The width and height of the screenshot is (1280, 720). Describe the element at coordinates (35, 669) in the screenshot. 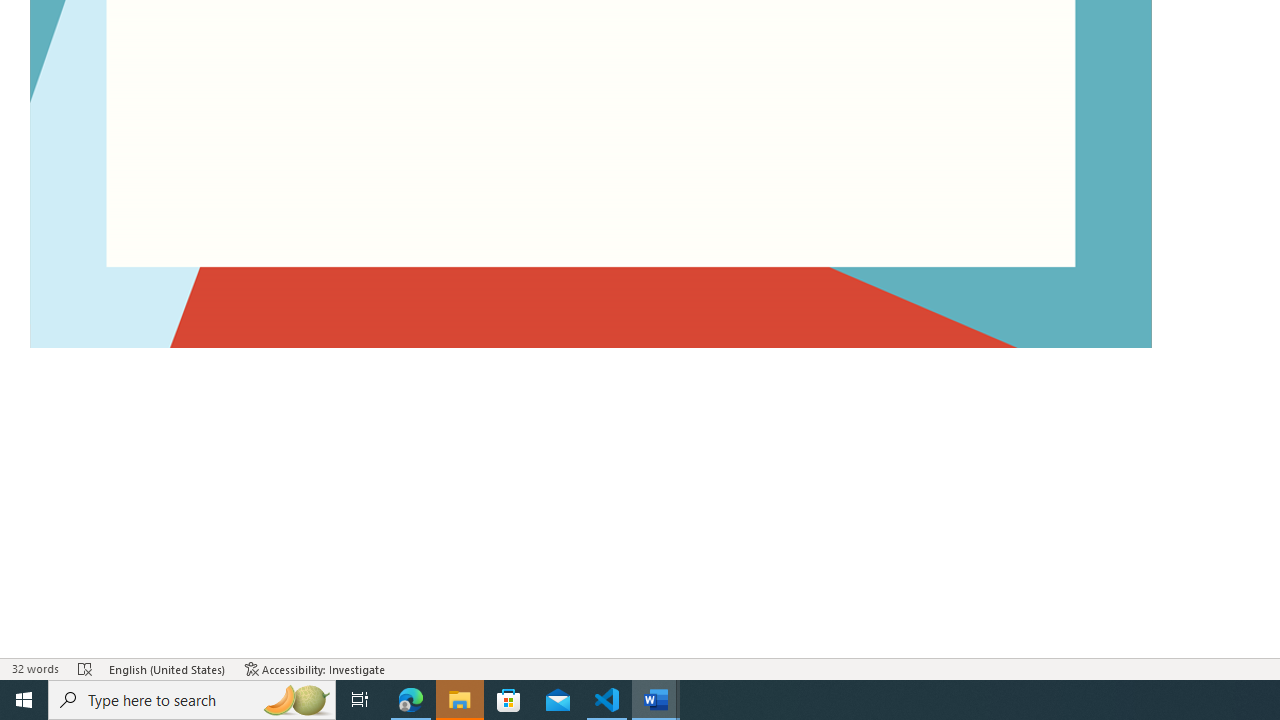

I see `'Word Count 32 words'` at that location.